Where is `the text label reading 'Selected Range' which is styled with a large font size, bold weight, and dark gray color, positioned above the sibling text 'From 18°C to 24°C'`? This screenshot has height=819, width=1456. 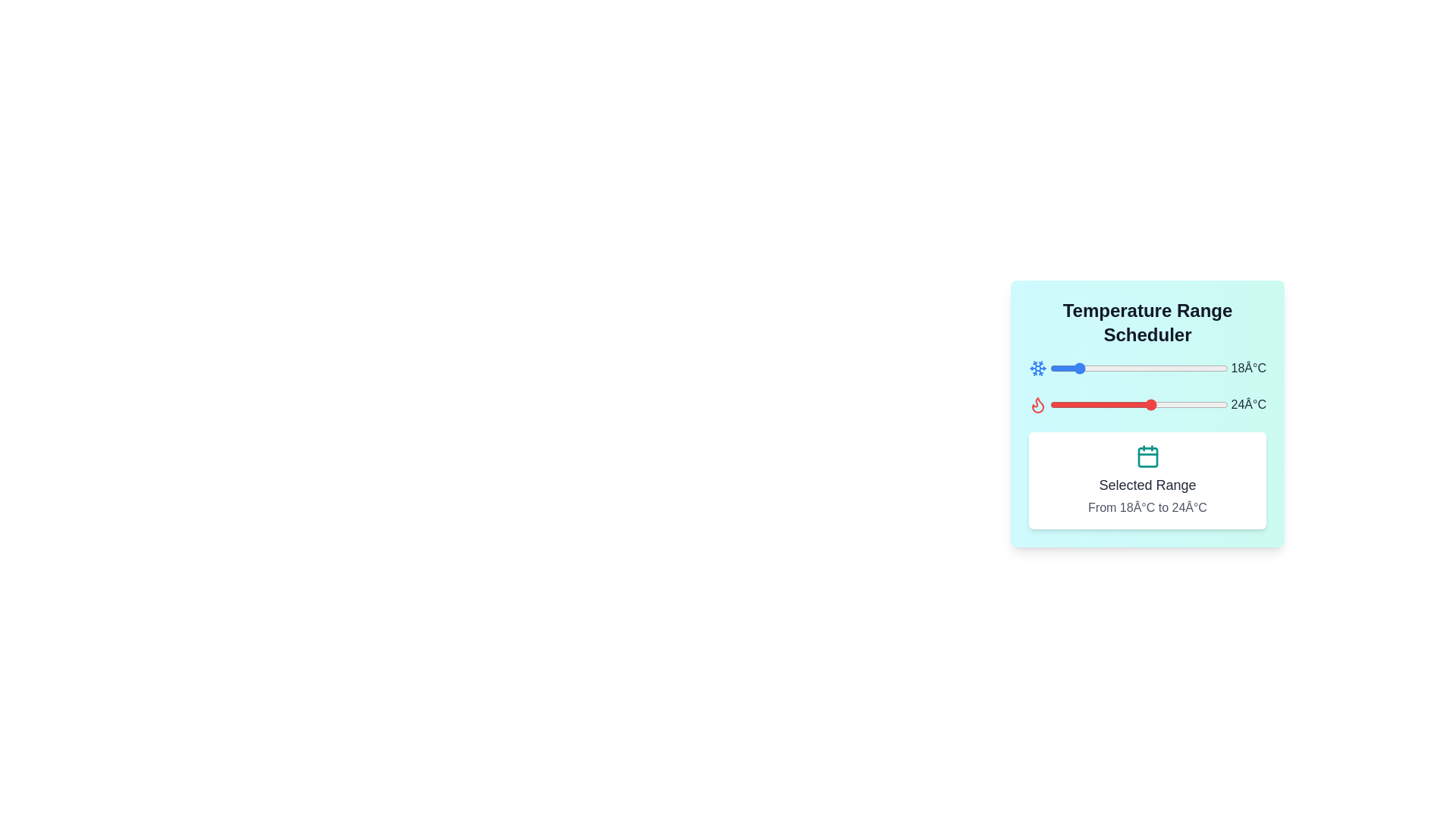
the text label reading 'Selected Range' which is styled with a large font size, bold weight, and dark gray color, positioned above the sibling text 'From 18°C to 24°C' is located at coordinates (1147, 485).